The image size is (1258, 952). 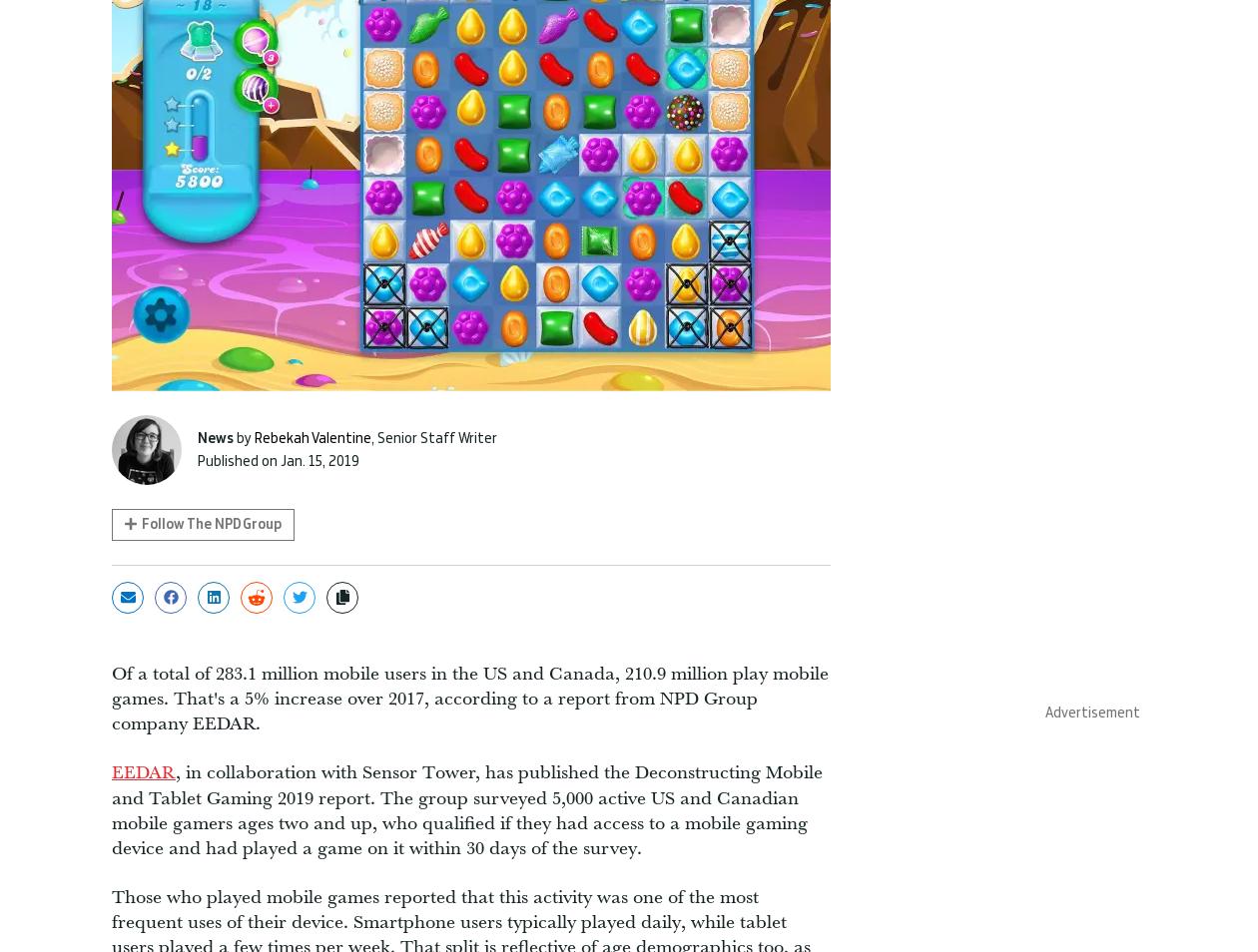 I want to click on 'Pitching Guidelines', so click(x=750, y=600).